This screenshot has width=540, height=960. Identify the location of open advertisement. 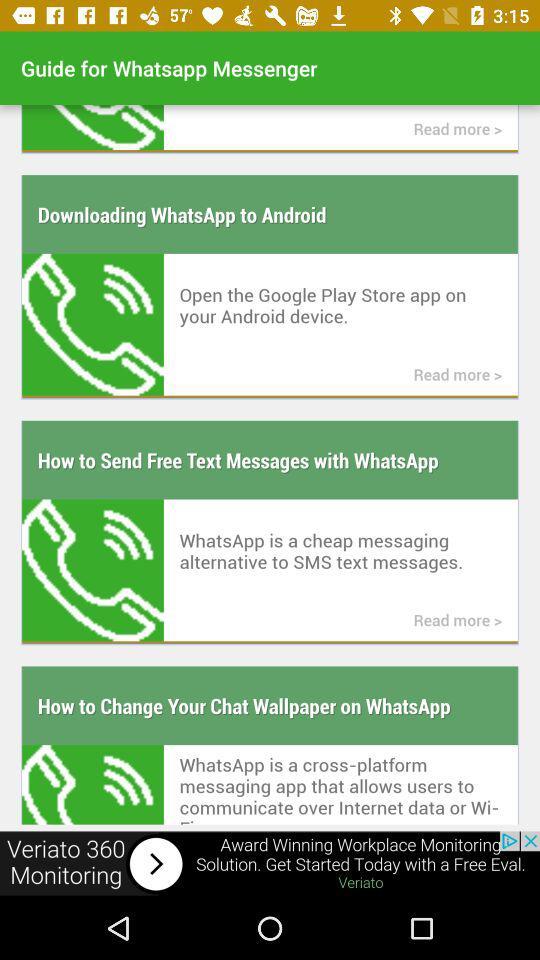
(270, 863).